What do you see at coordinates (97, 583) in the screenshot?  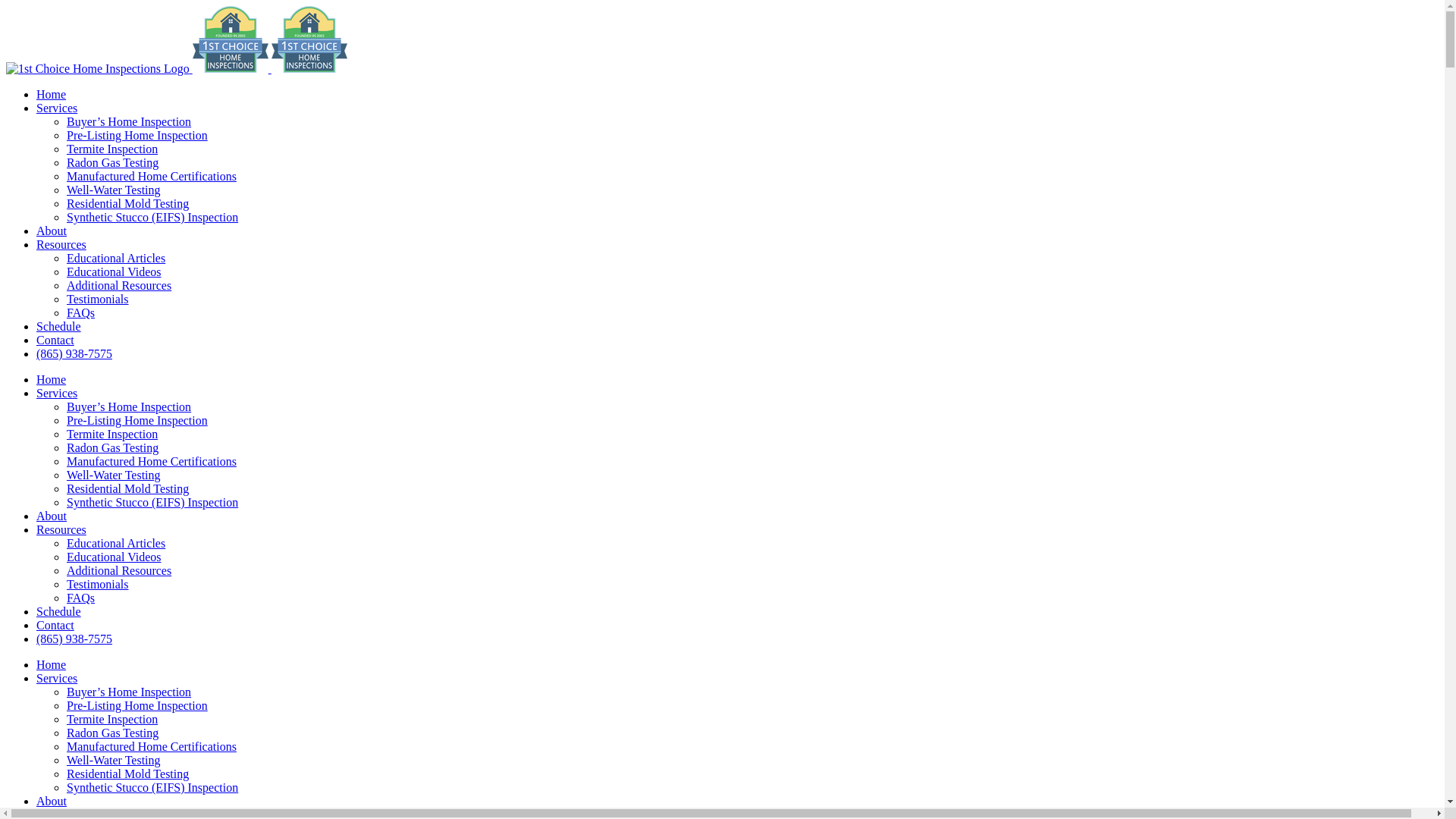 I see `'Testimonials'` at bounding box center [97, 583].